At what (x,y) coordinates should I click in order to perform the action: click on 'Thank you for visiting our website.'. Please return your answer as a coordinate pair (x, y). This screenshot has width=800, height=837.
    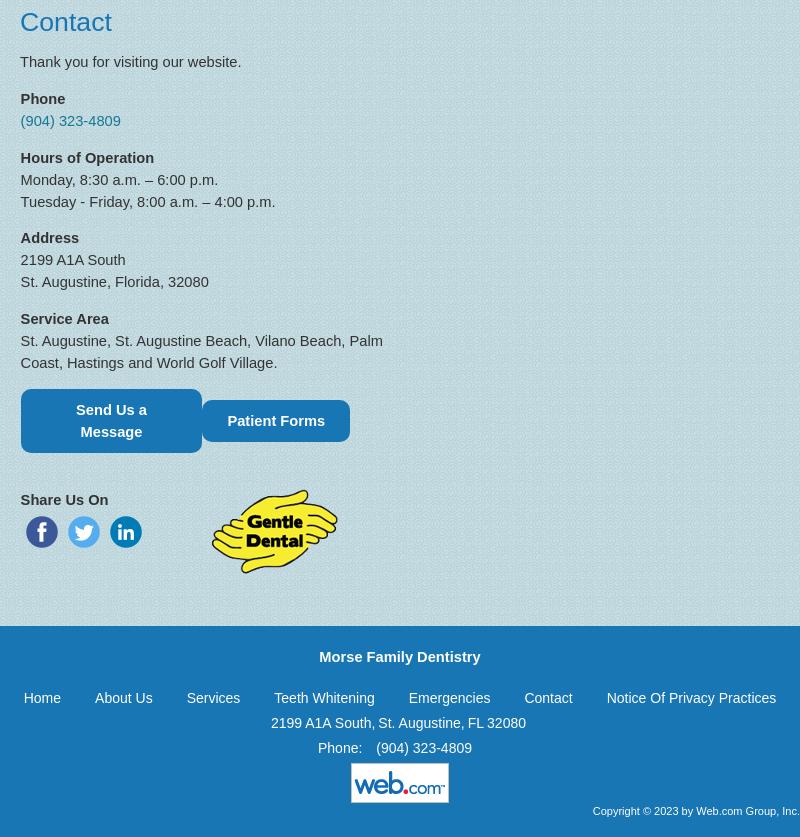
    Looking at the image, I should click on (20, 62).